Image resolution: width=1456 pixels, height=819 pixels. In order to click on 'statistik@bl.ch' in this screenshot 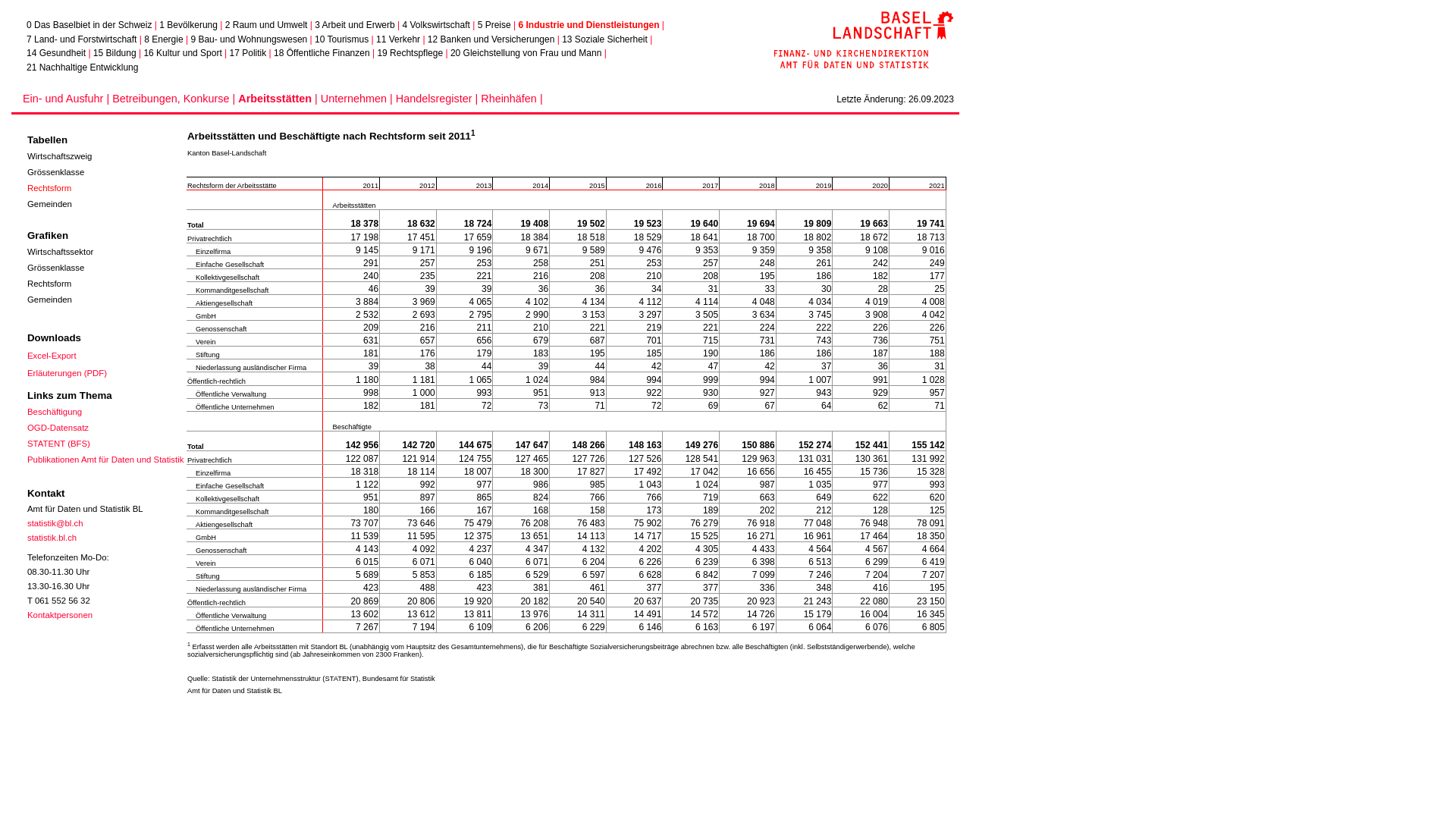, I will do `click(55, 522)`.